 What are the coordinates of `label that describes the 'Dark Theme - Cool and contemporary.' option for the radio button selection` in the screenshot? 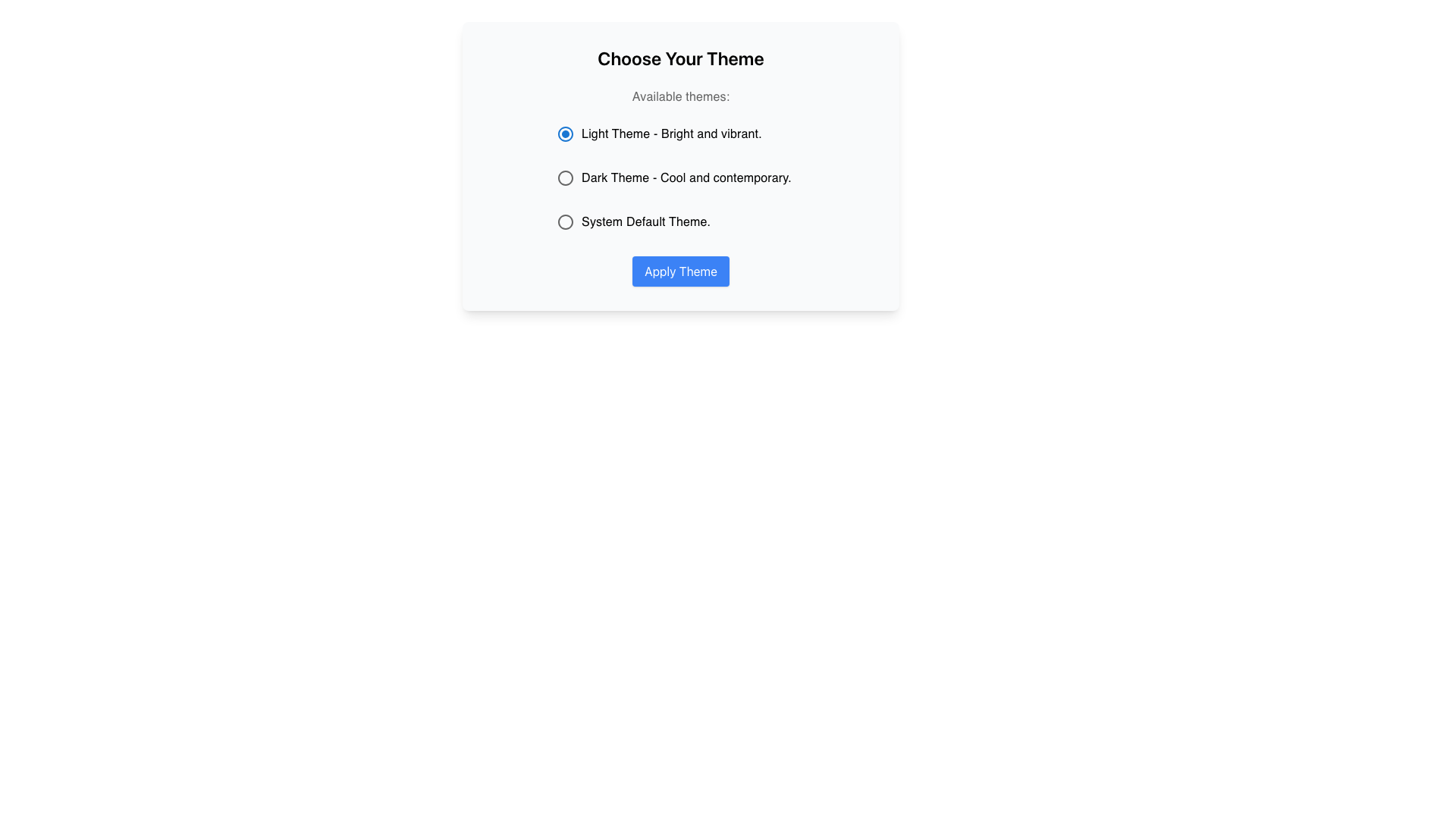 It's located at (686, 177).